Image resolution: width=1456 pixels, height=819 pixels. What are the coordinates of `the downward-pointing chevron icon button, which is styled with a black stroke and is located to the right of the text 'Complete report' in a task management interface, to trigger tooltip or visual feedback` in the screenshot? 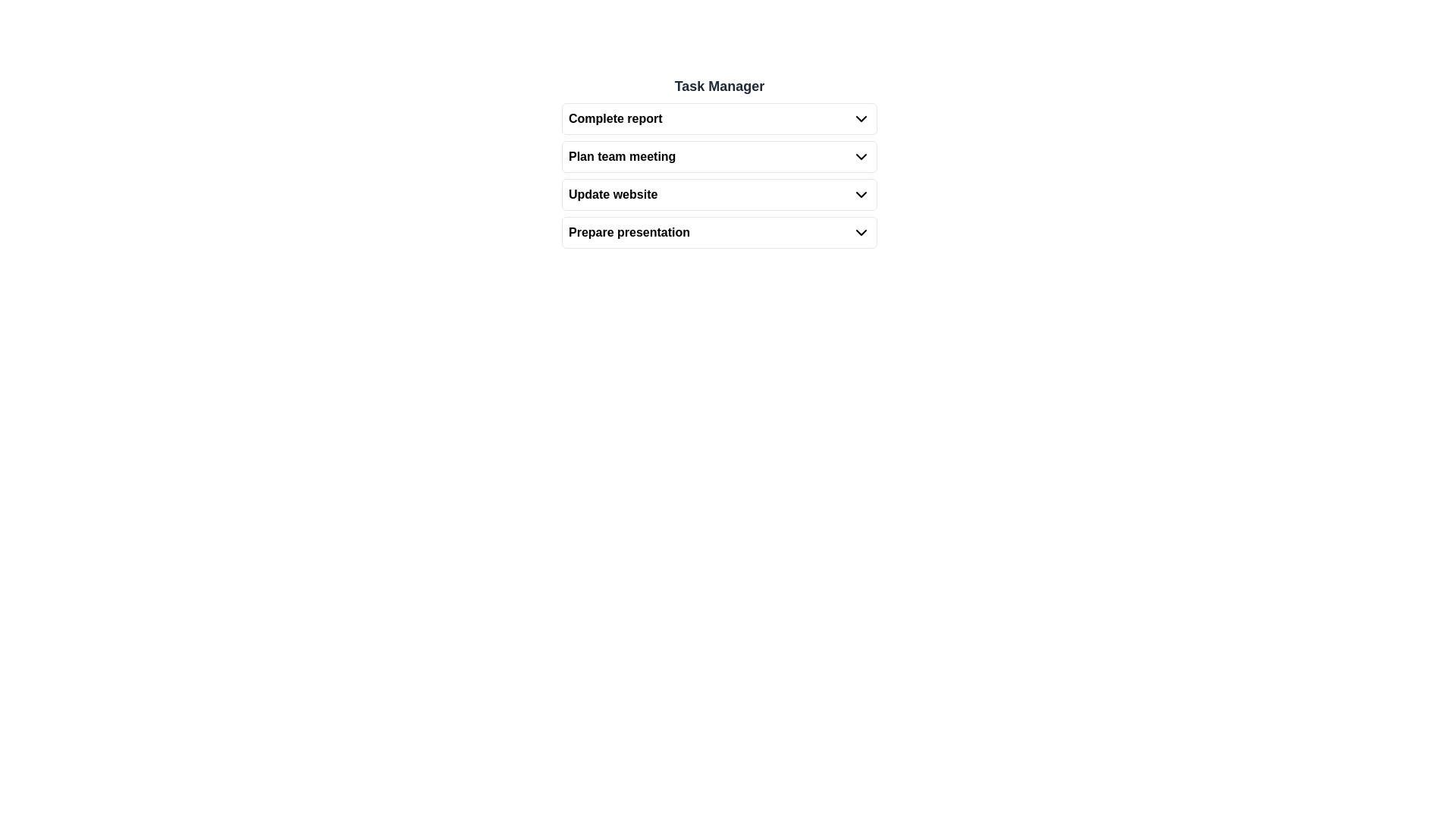 It's located at (861, 118).